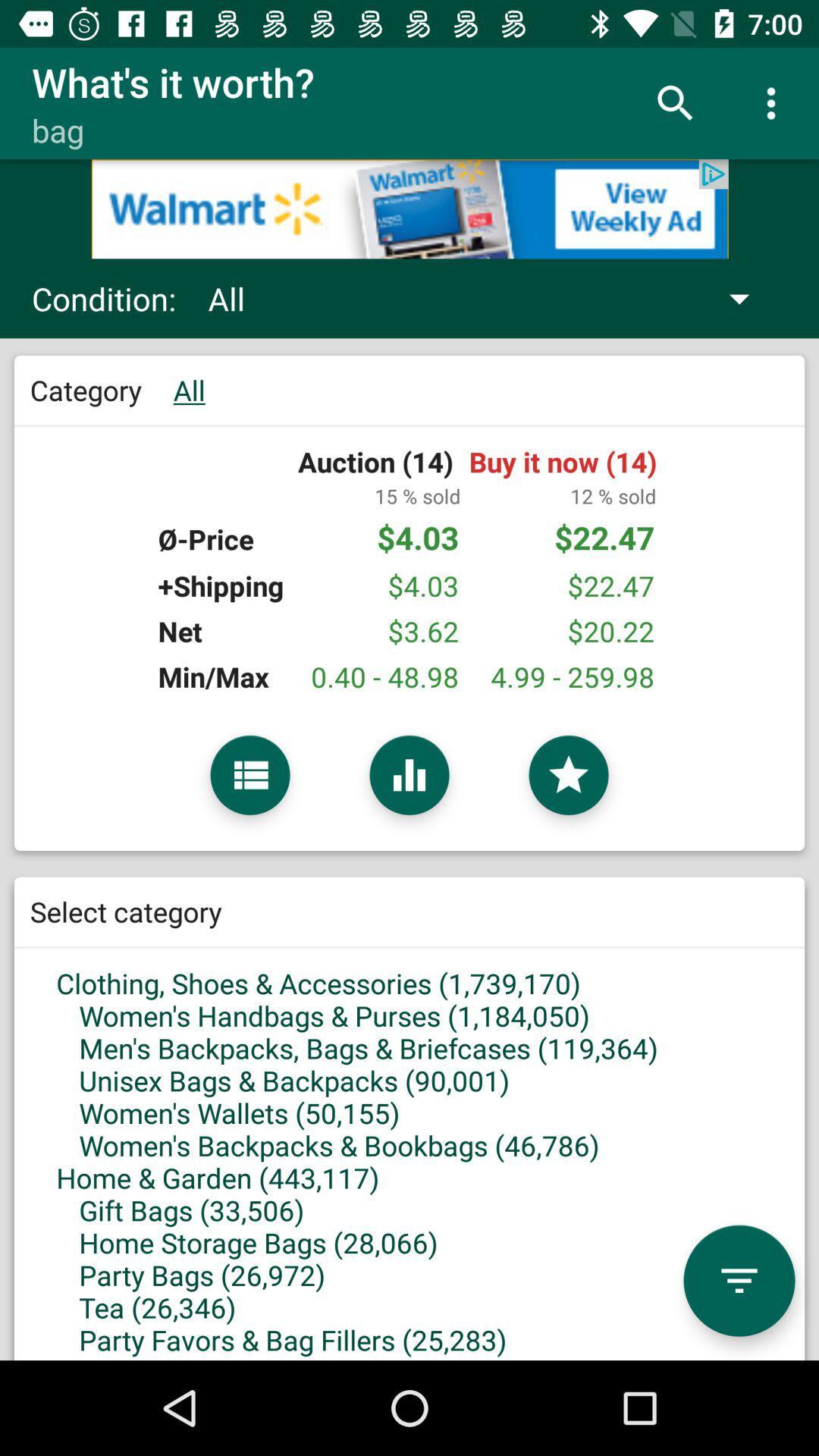  I want to click on advertisement, so click(409, 208).